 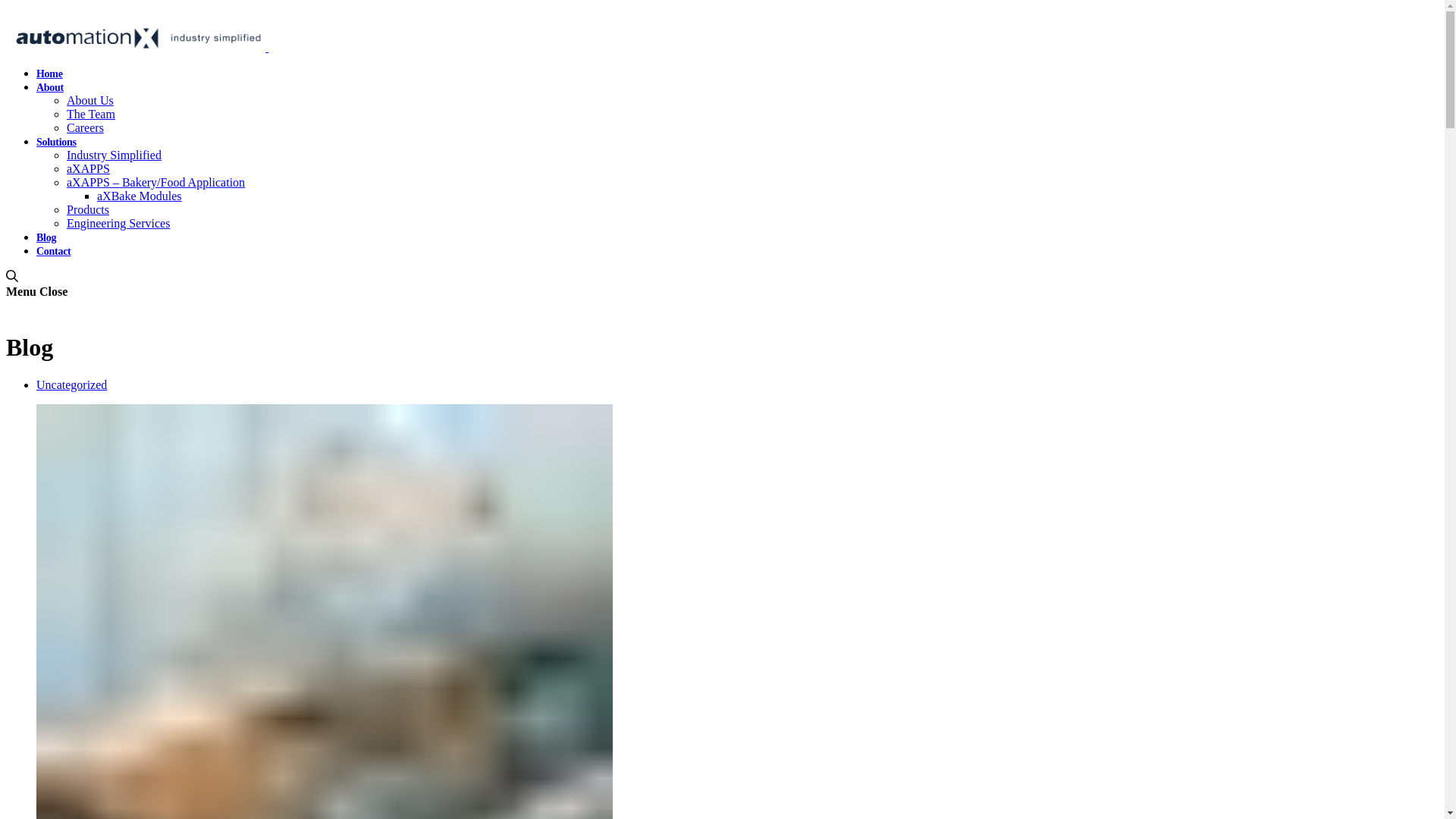 What do you see at coordinates (90, 113) in the screenshot?
I see `'The Team'` at bounding box center [90, 113].